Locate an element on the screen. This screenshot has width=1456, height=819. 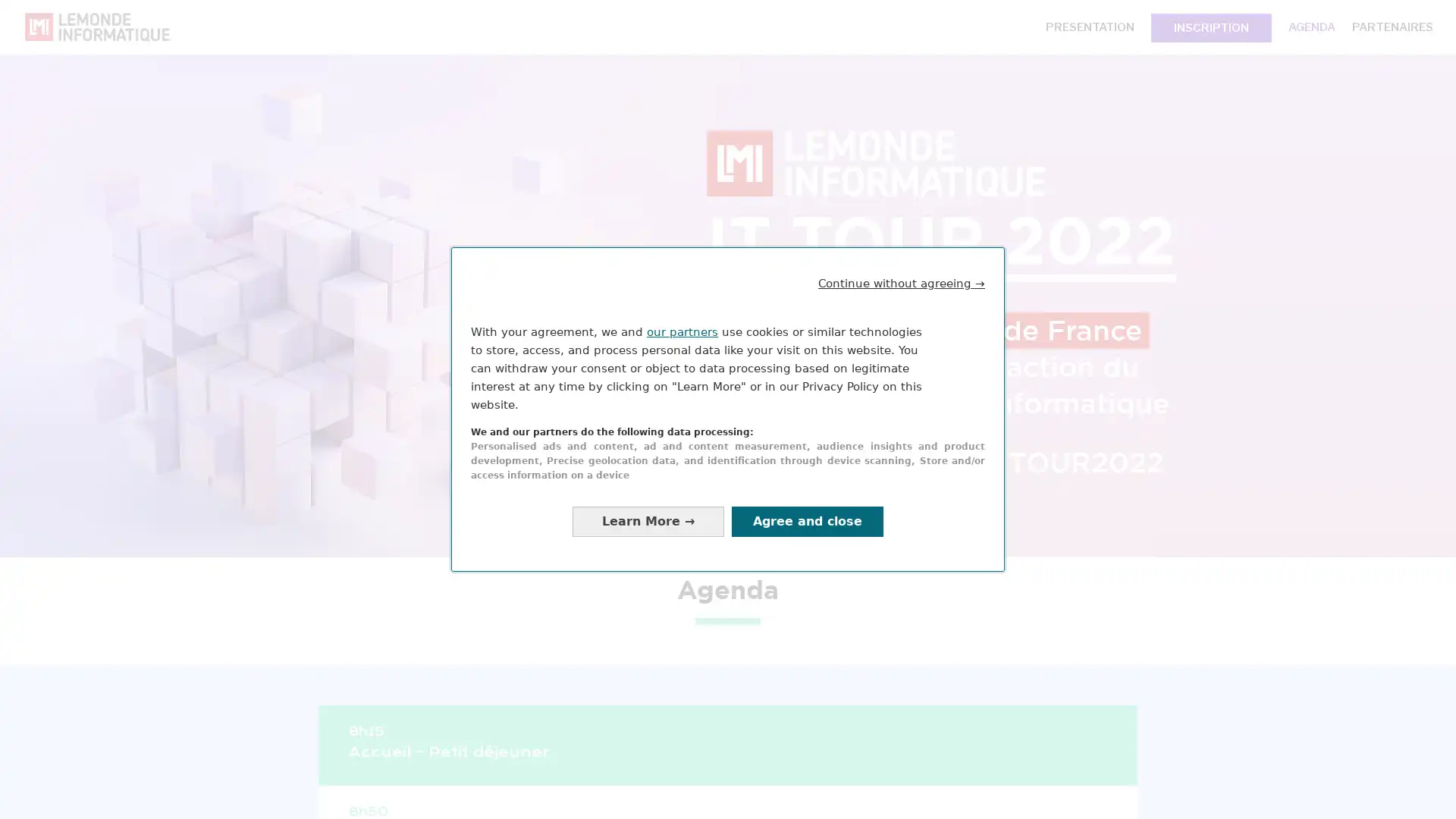
Configure your consents is located at coordinates (648, 520).